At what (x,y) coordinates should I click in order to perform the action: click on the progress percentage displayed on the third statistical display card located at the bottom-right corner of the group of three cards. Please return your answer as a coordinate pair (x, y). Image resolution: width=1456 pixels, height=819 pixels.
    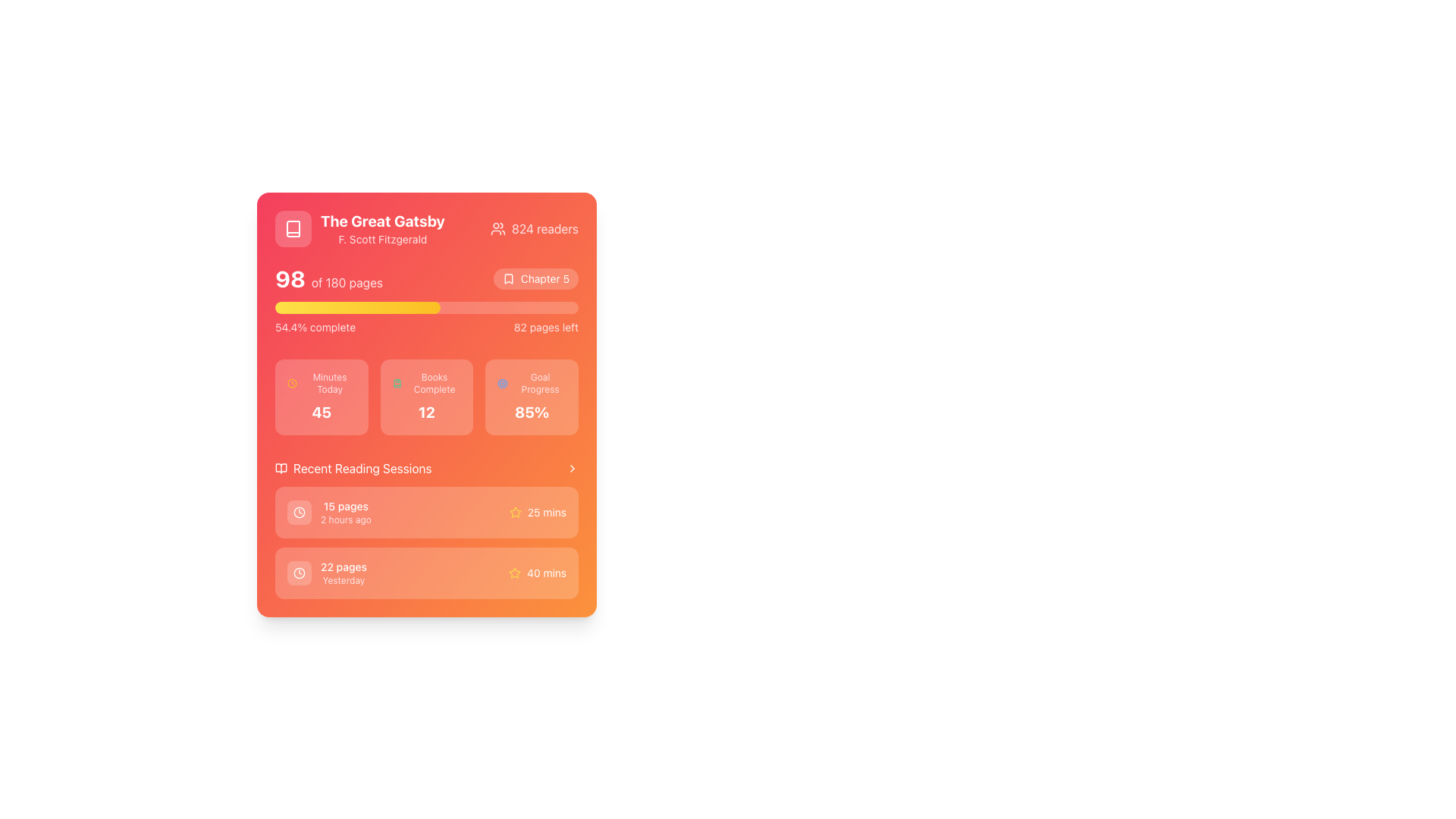
    Looking at the image, I should click on (532, 397).